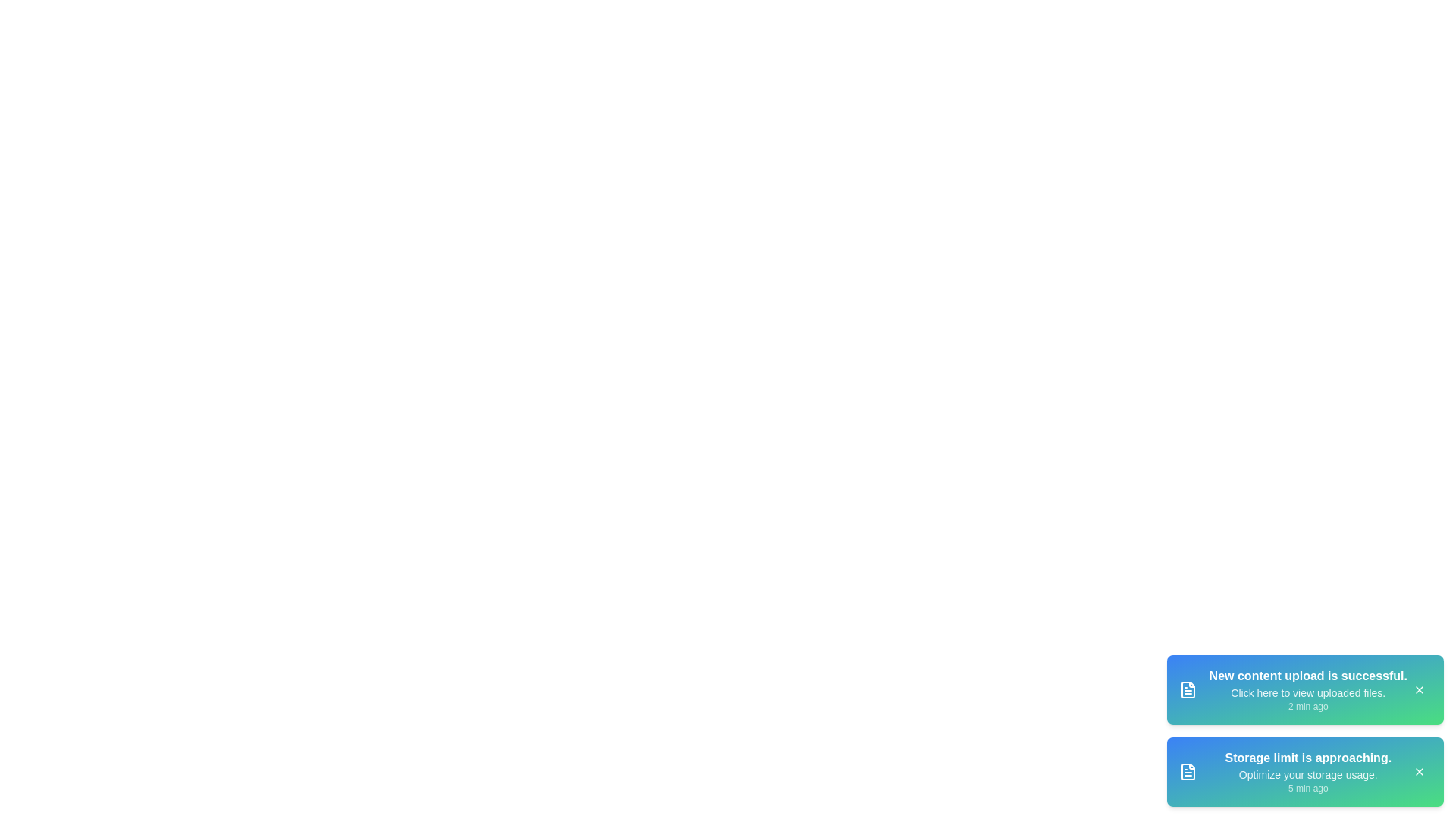 This screenshot has width=1456, height=819. I want to click on the close button of the notification to dismiss it, so click(1419, 690).